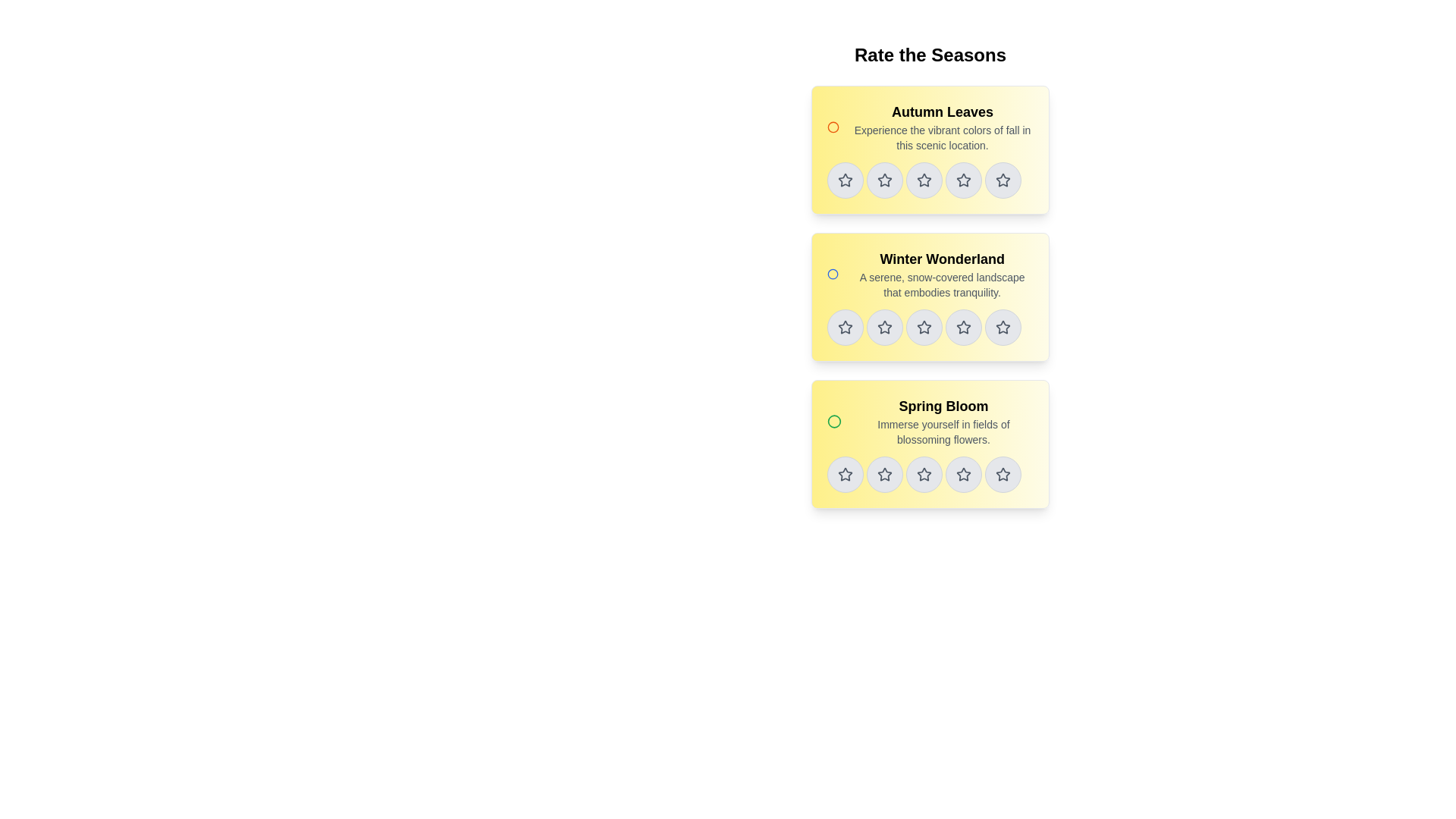 This screenshot has height=819, width=1456. Describe the element at coordinates (832, 275) in the screenshot. I see `the blue-outlined circle decorative marker located above the star icons and aligned left of the 'Winter Wonderland' text heading` at that location.